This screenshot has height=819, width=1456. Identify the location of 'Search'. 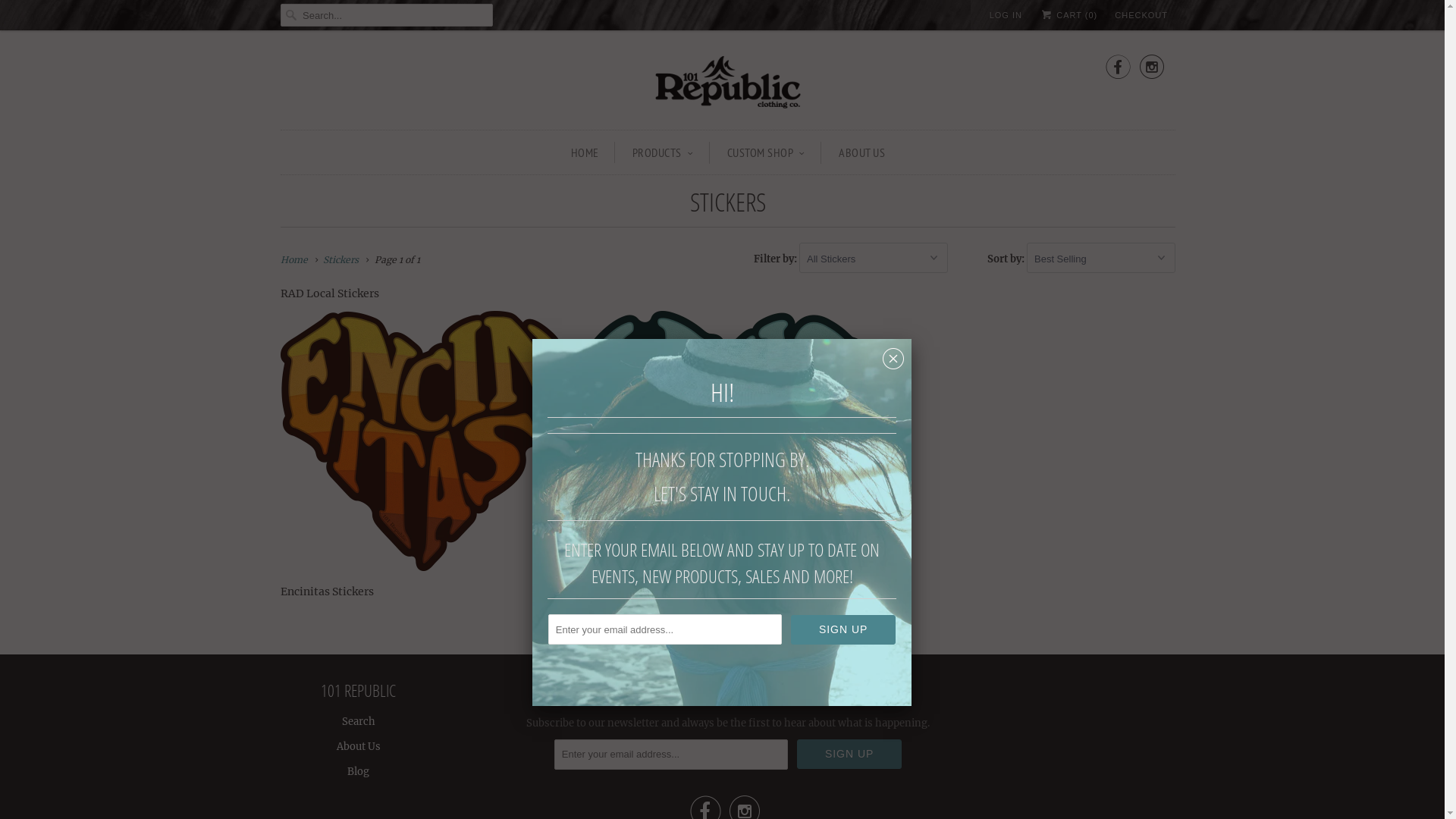
(340, 720).